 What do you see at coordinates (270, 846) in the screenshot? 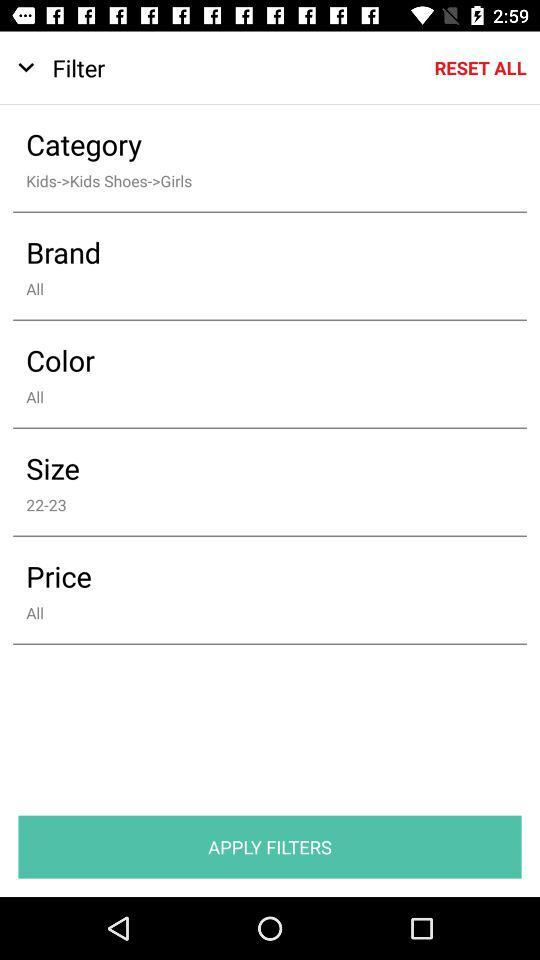
I see `the apply filters icon` at bounding box center [270, 846].